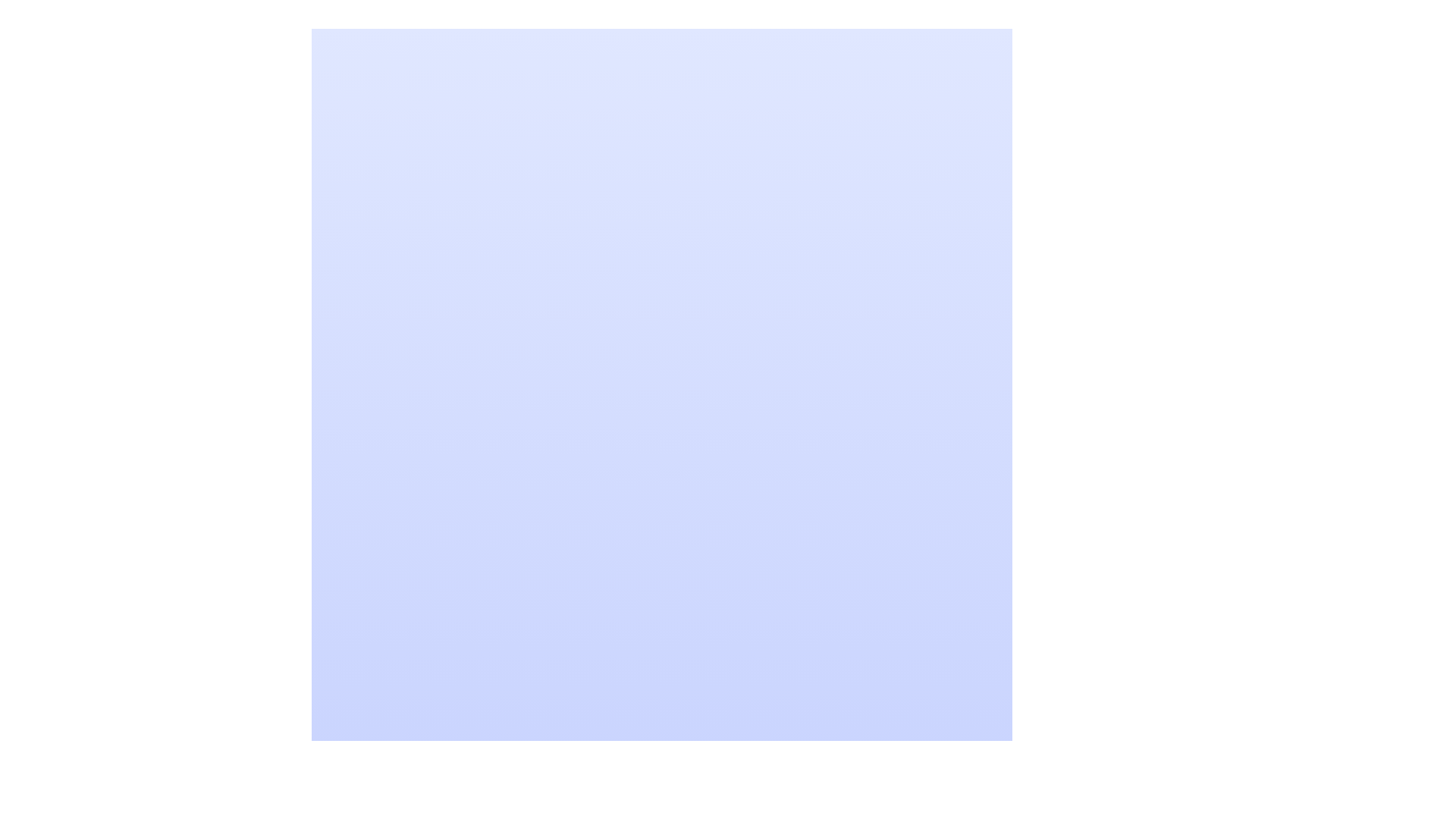 This screenshot has height=819, width=1456. What do you see at coordinates (972, 807) in the screenshot?
I see `the circular vector graphic element located at the bottom-right of the context image, which is defined by a smooth border and styled without specific fill` at bounding box center [972, 807].